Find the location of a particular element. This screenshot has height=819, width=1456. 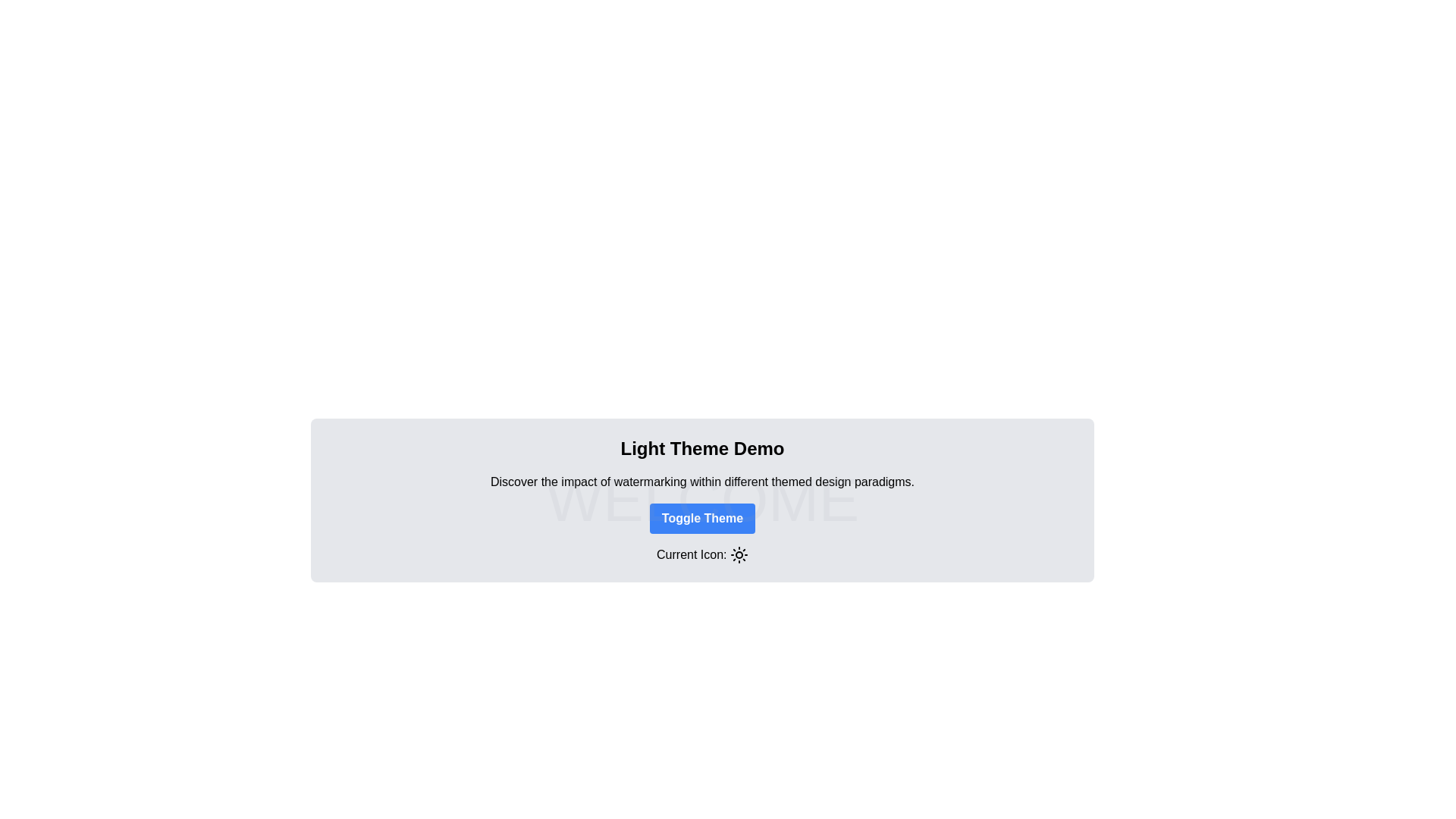

the informative text block positioned below the 'Light Theme Demo' heading and above the 'Toggle Theme' button is located at coordinates (701, 482).